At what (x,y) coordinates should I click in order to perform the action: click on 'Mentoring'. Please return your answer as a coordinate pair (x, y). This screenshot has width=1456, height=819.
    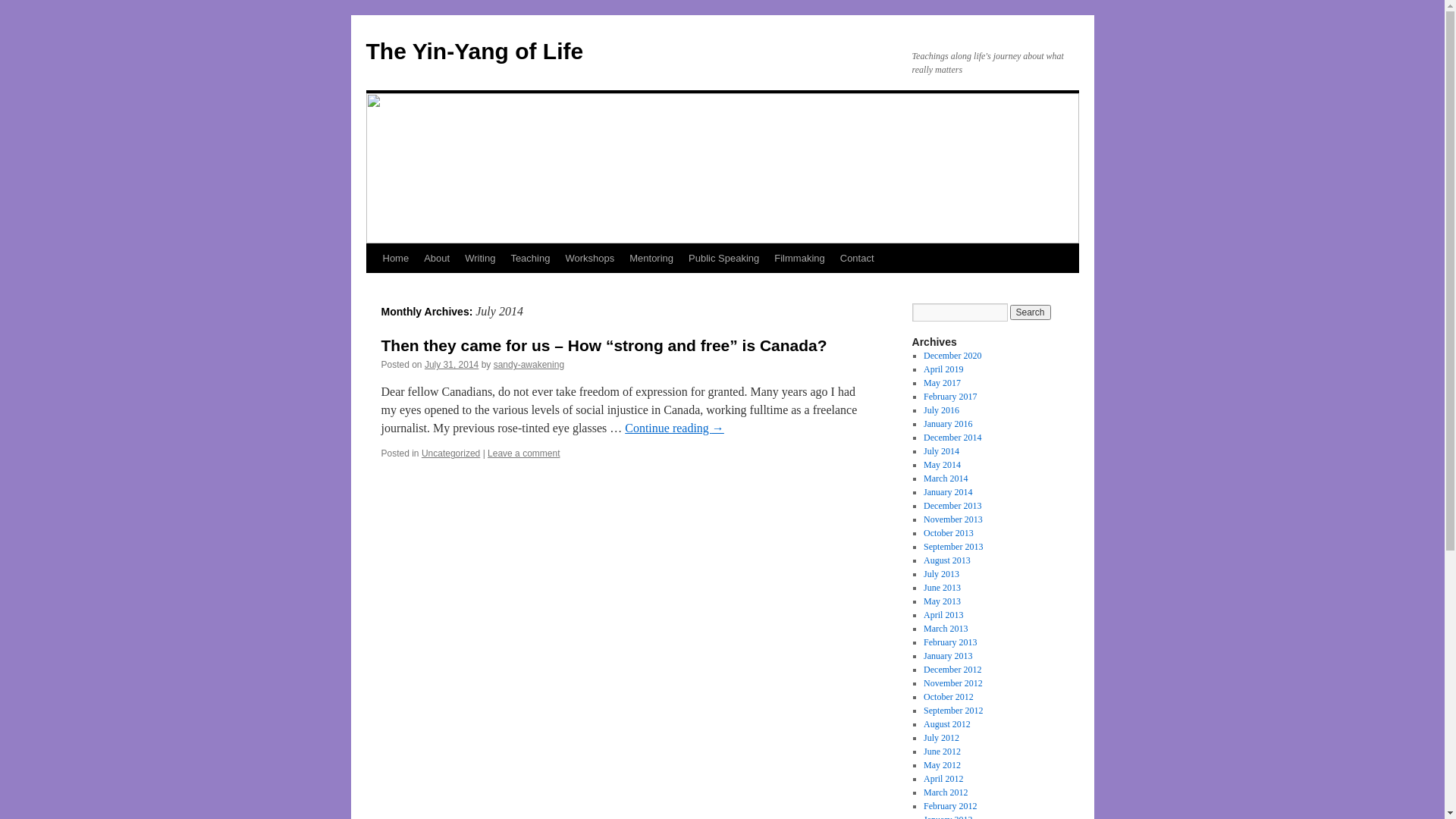
    Looking at the image, I should click on (651, 257).